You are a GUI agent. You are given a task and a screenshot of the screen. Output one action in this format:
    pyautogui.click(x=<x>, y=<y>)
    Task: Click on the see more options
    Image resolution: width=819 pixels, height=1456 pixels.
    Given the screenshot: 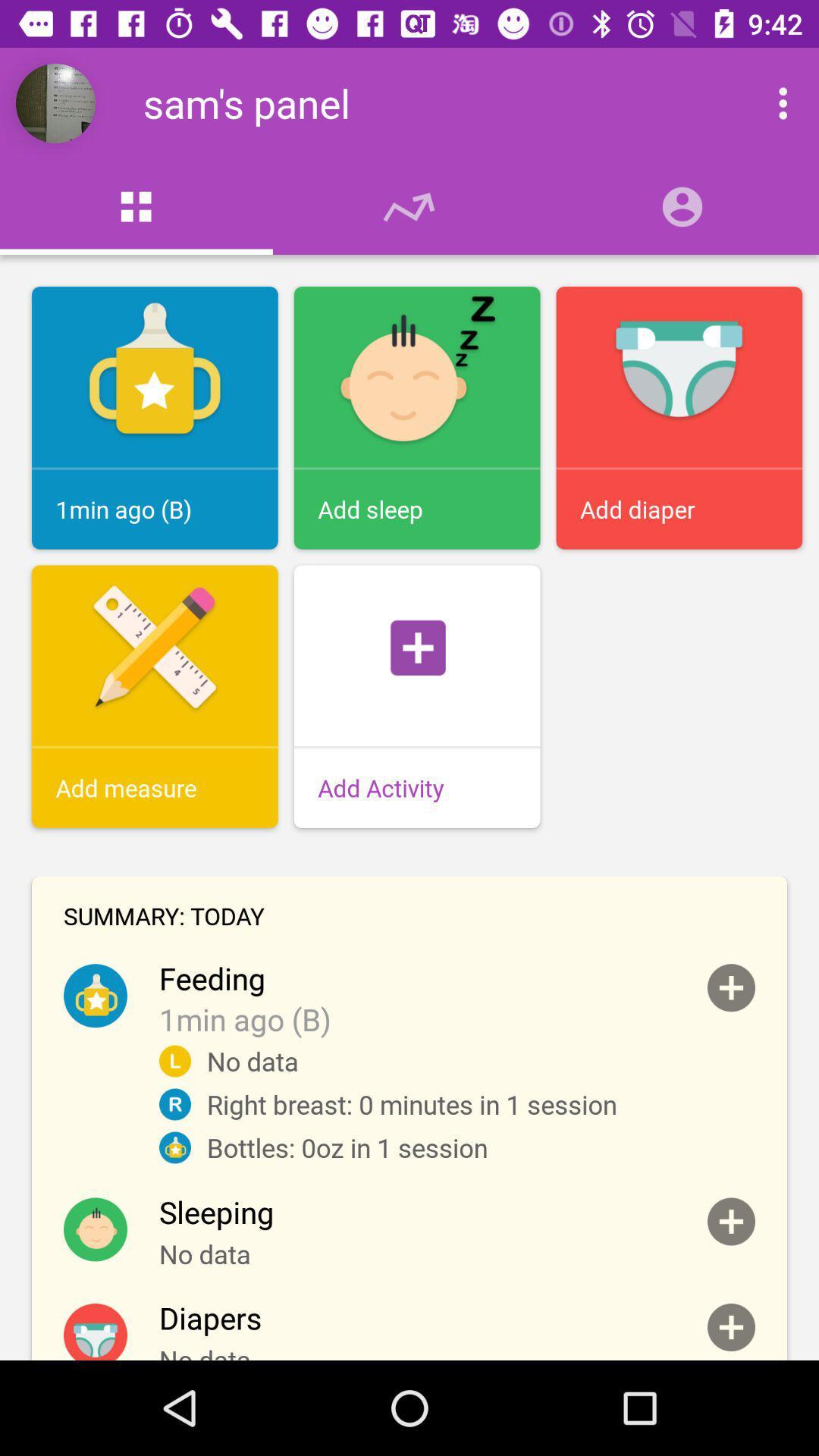 What is the action you would take?
    pyautogui.click(x=767, y=102)
    